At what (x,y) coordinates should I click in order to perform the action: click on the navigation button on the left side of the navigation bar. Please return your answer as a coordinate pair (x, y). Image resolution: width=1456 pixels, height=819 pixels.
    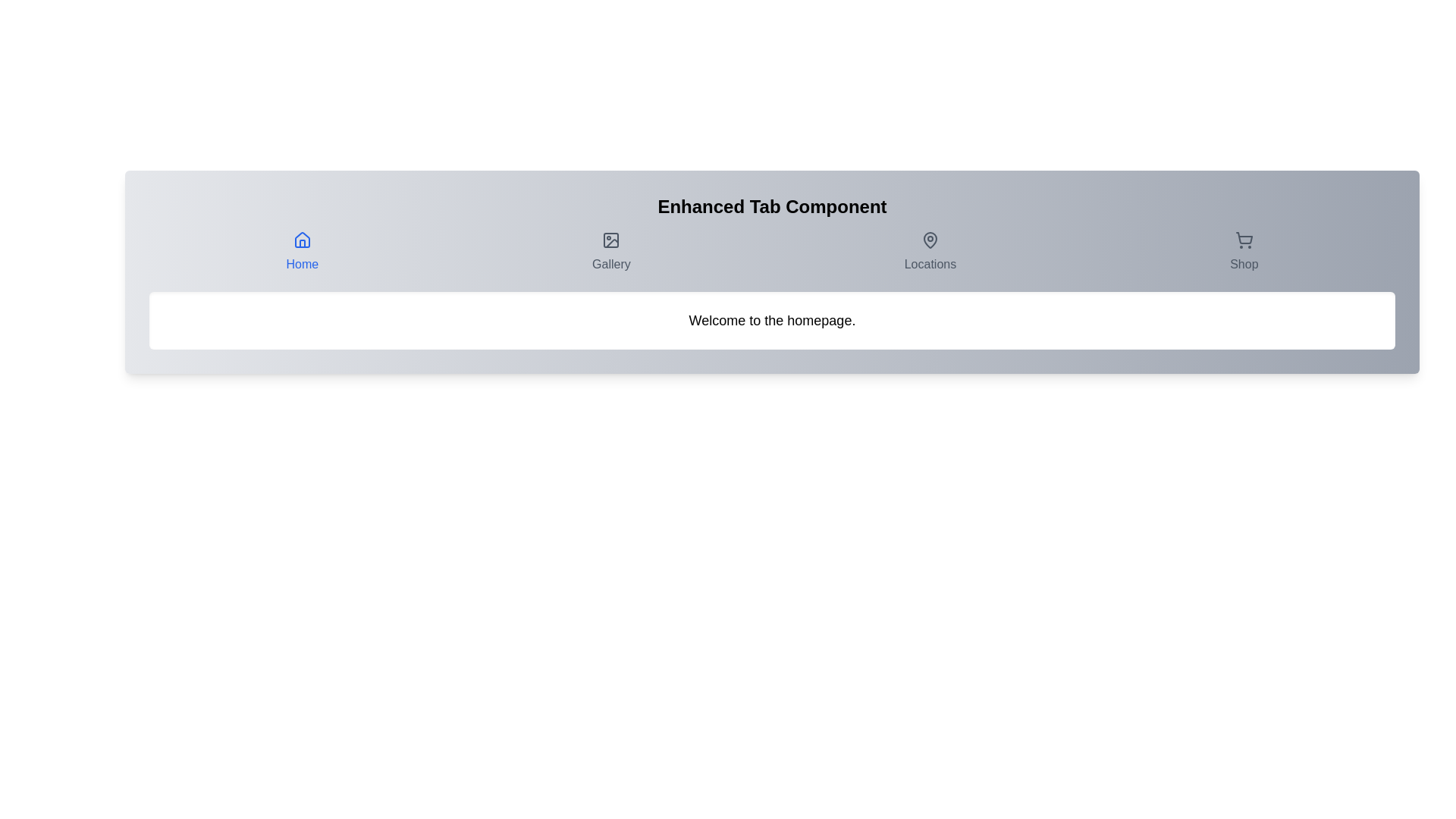
    Looking at the image, I should click on (302, 251).